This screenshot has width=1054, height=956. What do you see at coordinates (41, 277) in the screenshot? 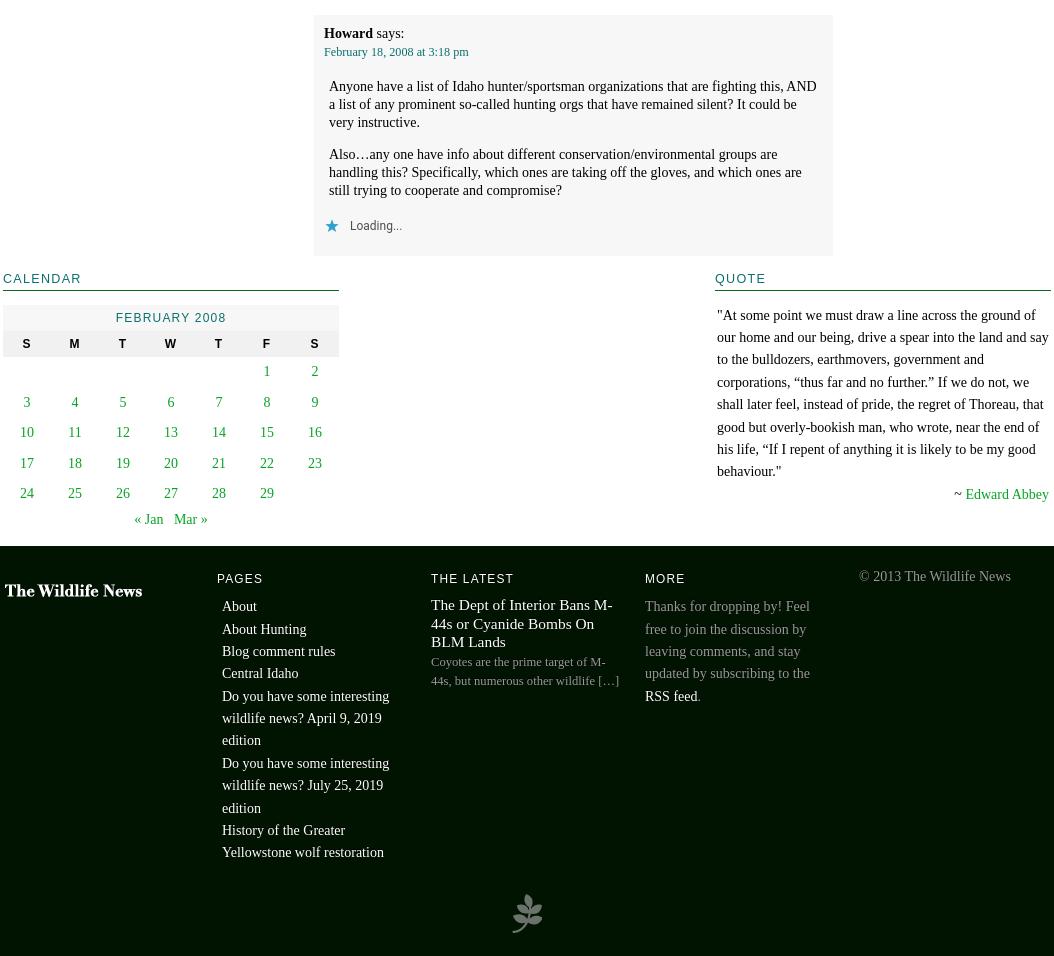
I see `'Calendar'` at bounding box center [41, 277].